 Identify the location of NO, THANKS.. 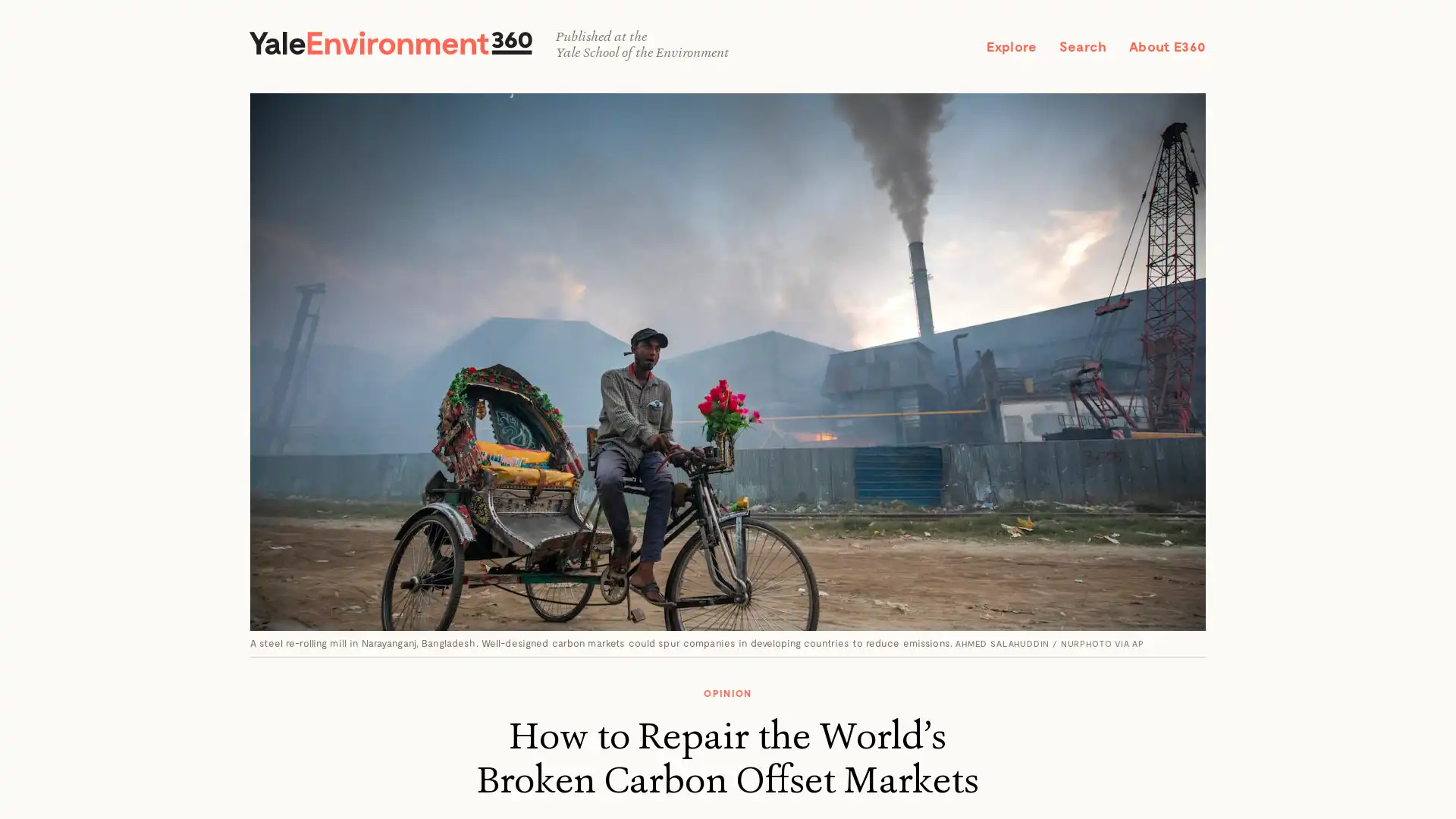
(726, 519).